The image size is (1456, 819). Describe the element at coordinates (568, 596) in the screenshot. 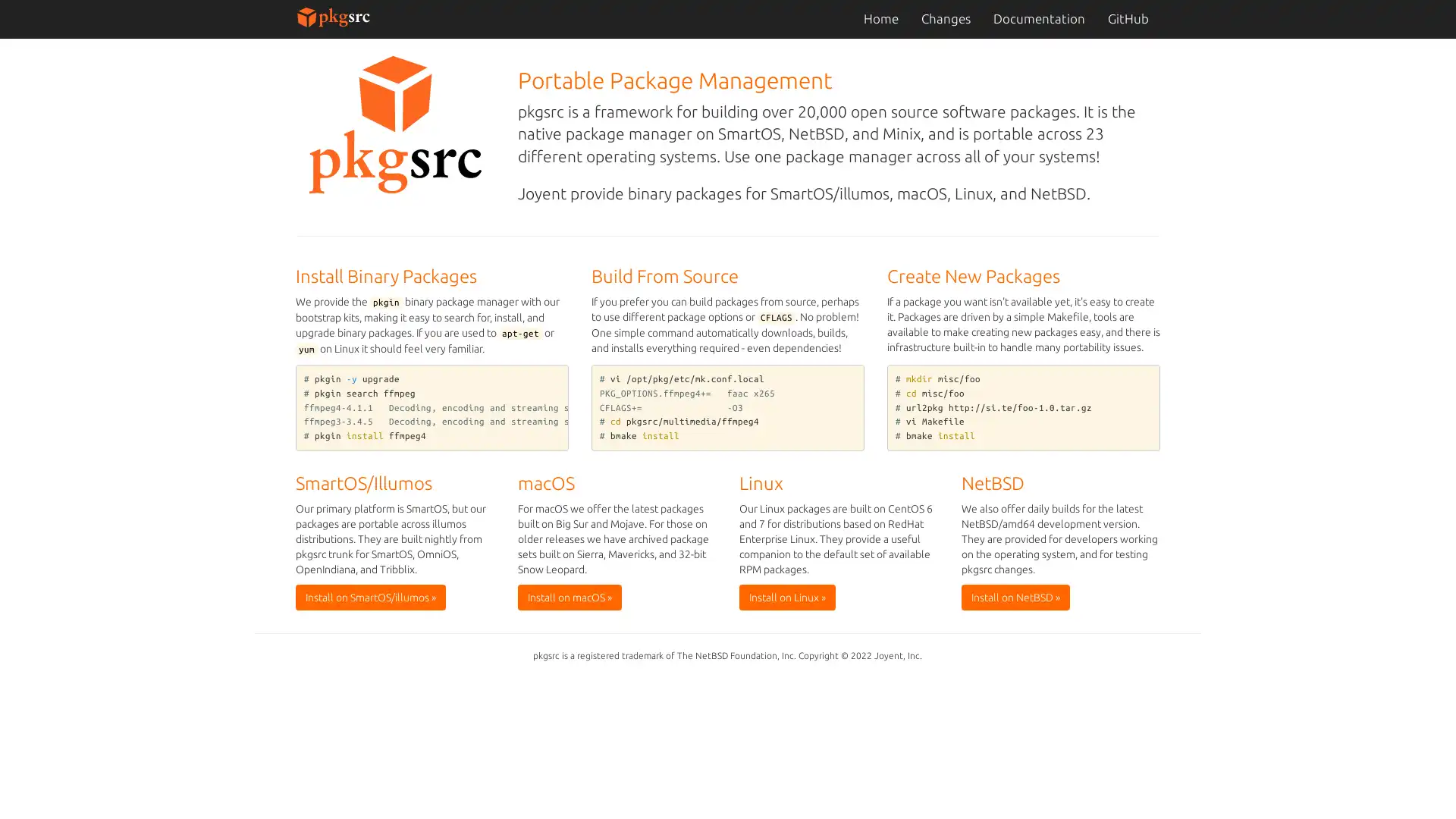

I see `Install on macOS` at that location.